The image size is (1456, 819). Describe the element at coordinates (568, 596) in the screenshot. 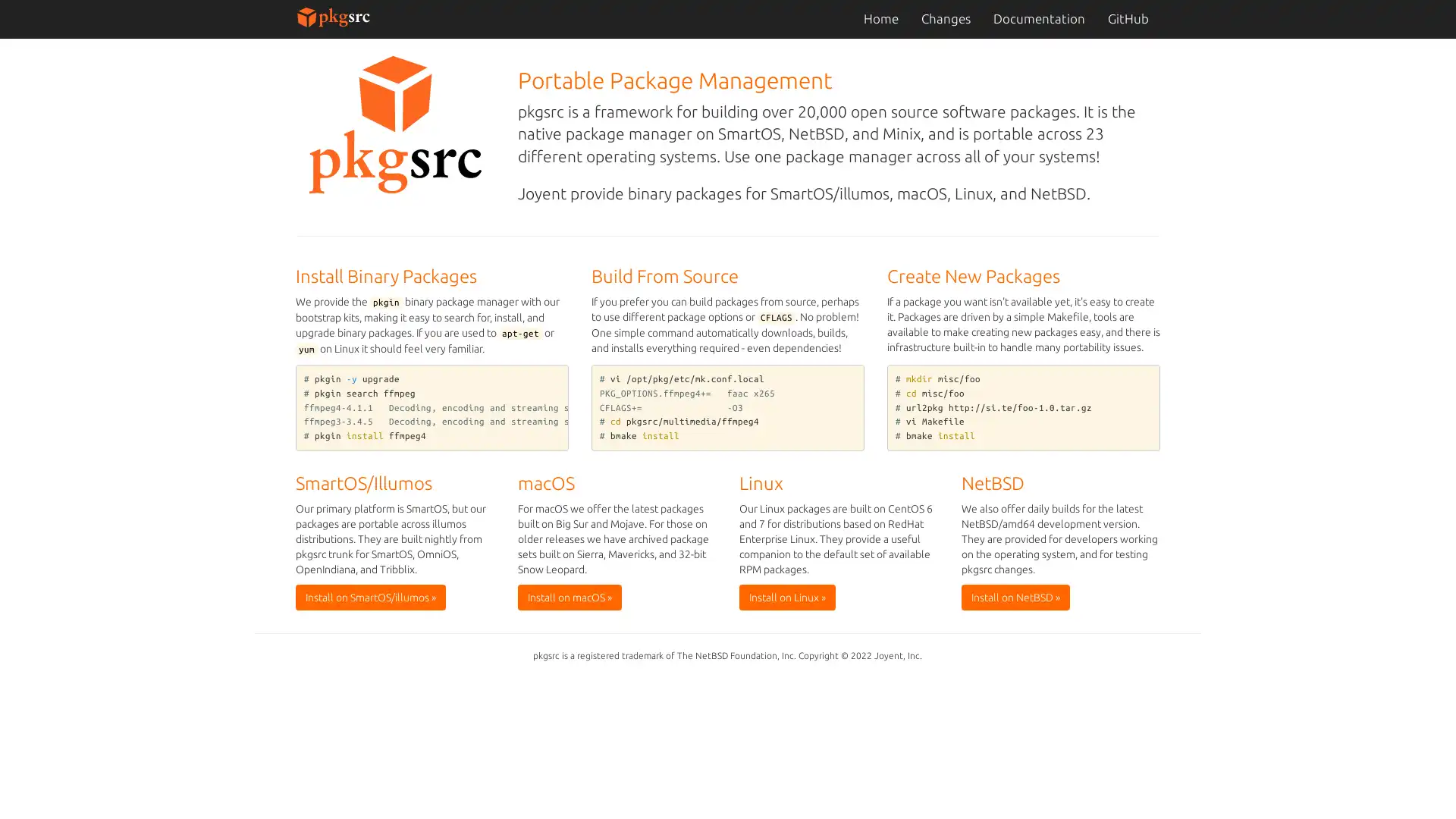

I see `Install on macOS` at that location.